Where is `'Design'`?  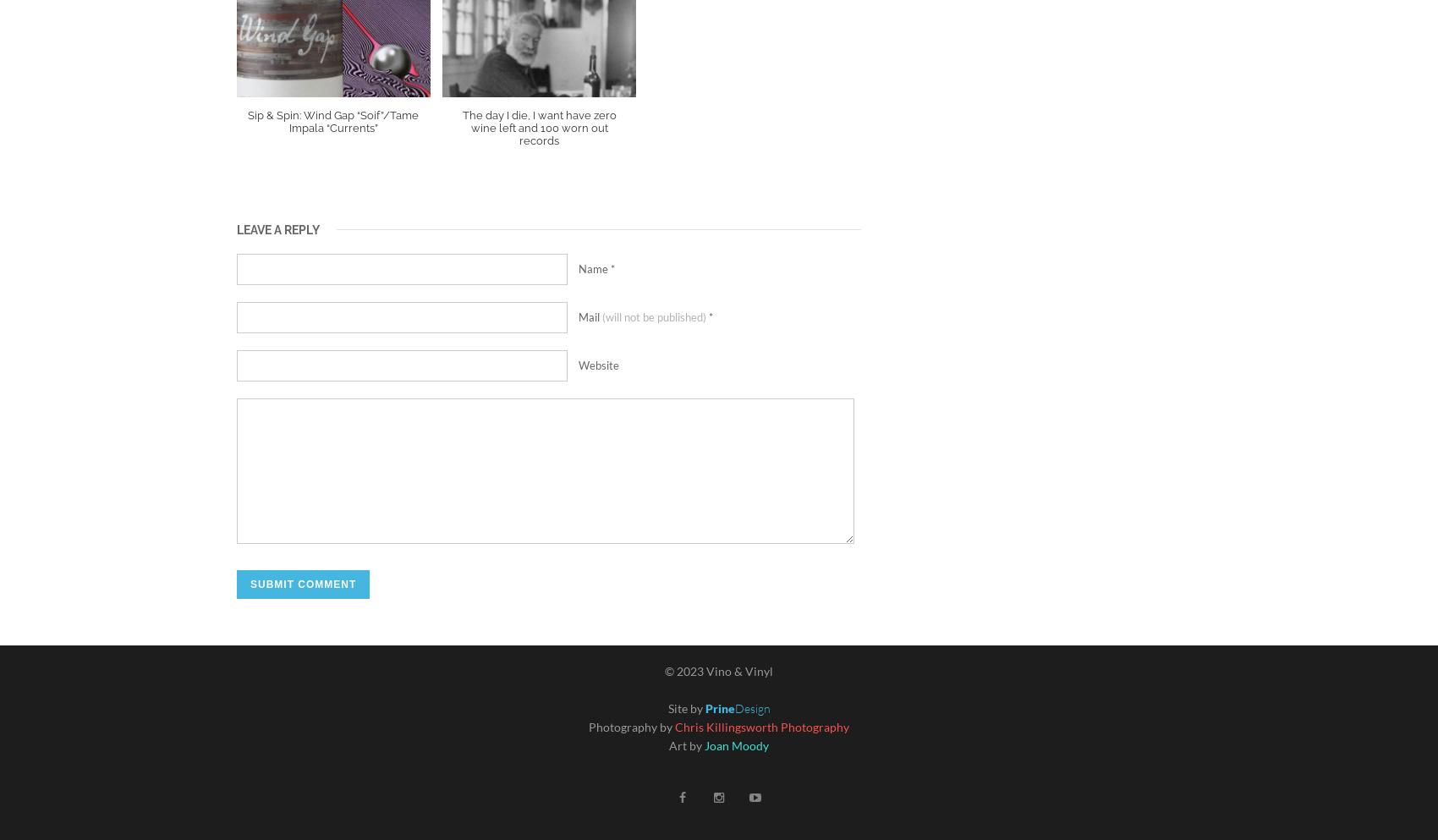 'Design' is located at coordinates (751, 707).